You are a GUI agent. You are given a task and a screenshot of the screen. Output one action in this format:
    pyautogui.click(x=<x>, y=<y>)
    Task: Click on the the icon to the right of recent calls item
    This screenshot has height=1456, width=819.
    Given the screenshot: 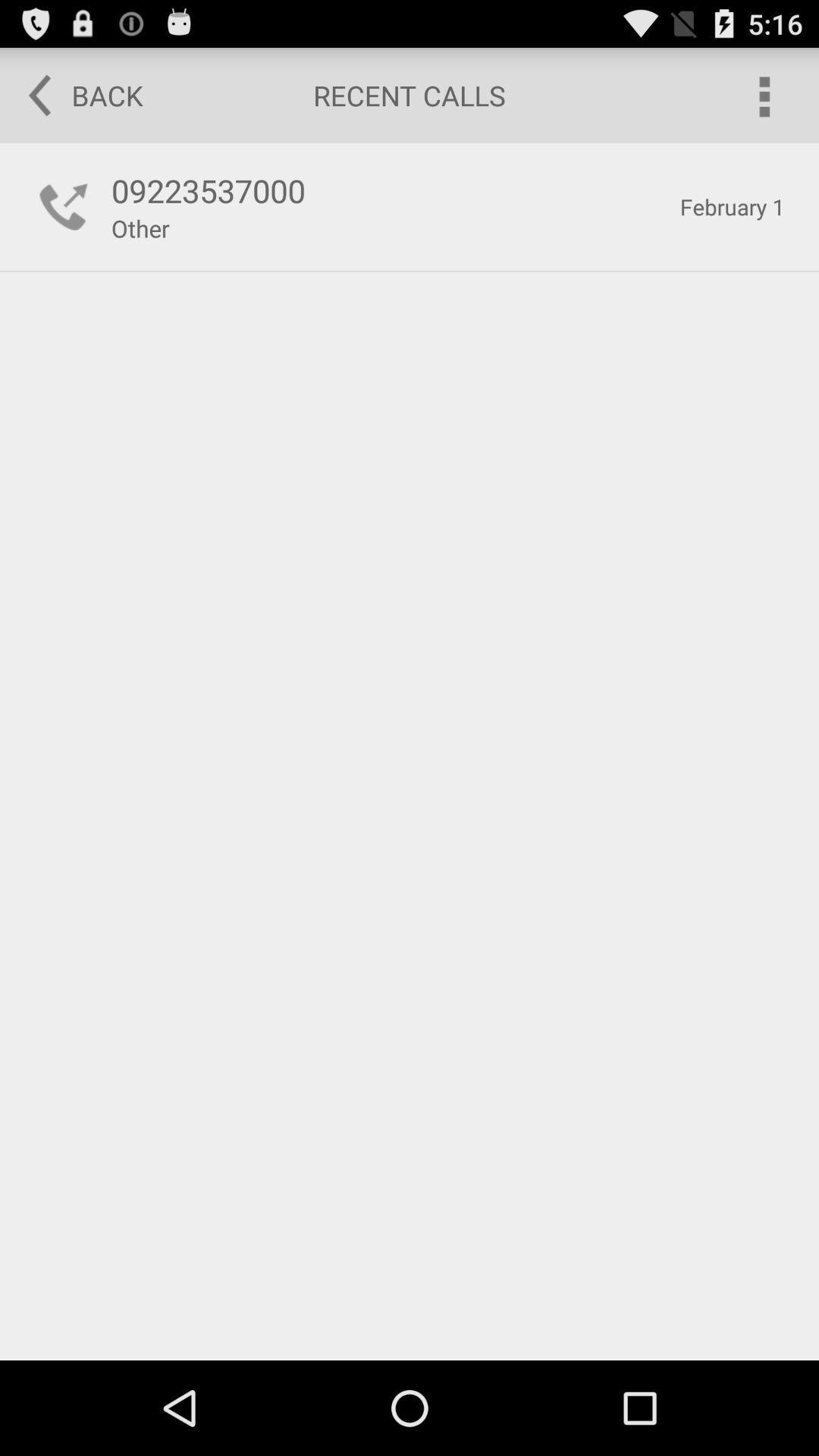 What is the action you would take?
    pyautogui.click(x=763, y=94)
    